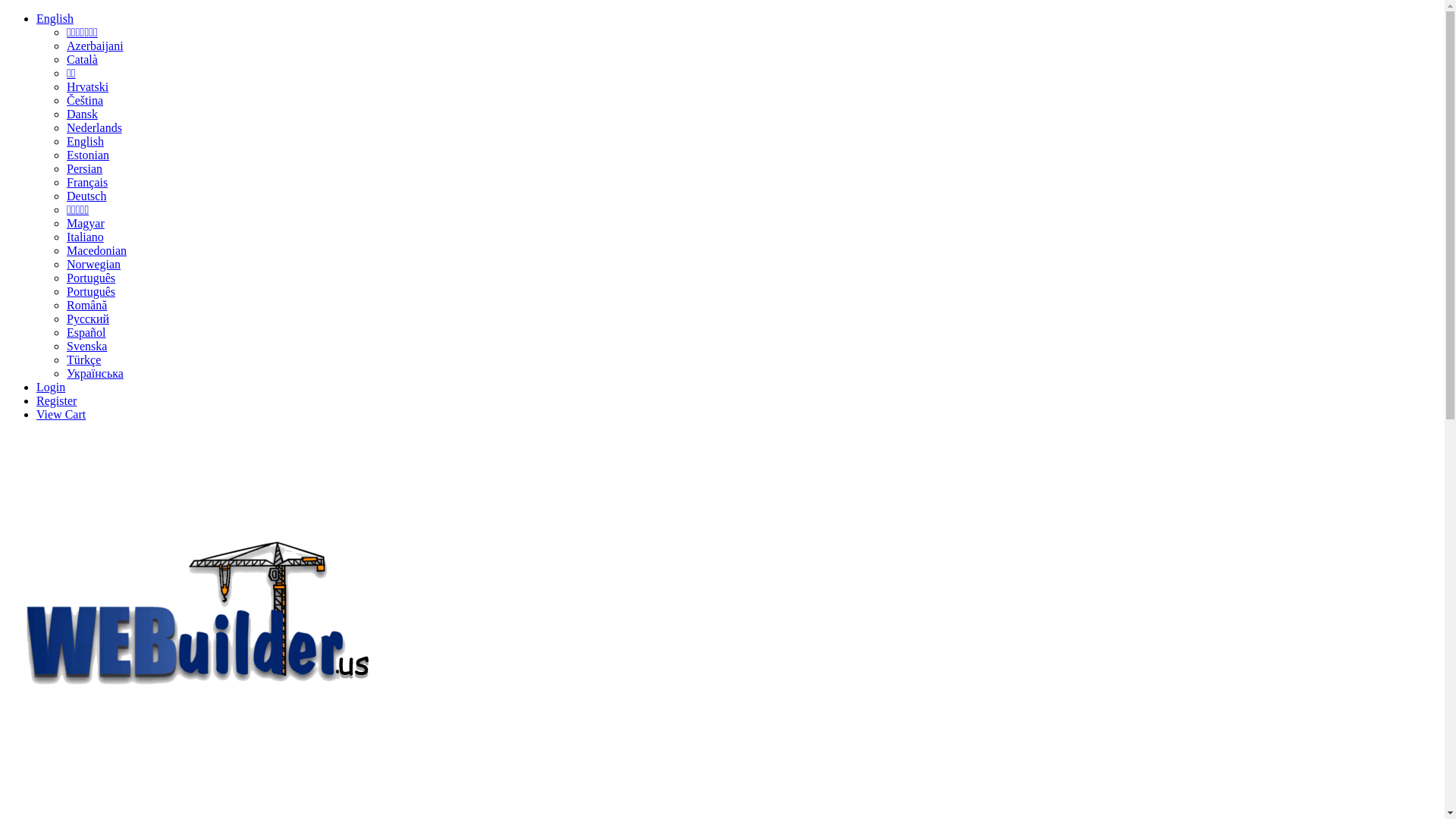  Describe the element at coordinates (65, 113) in the screenshot. I see `'Dansk'` at that location.